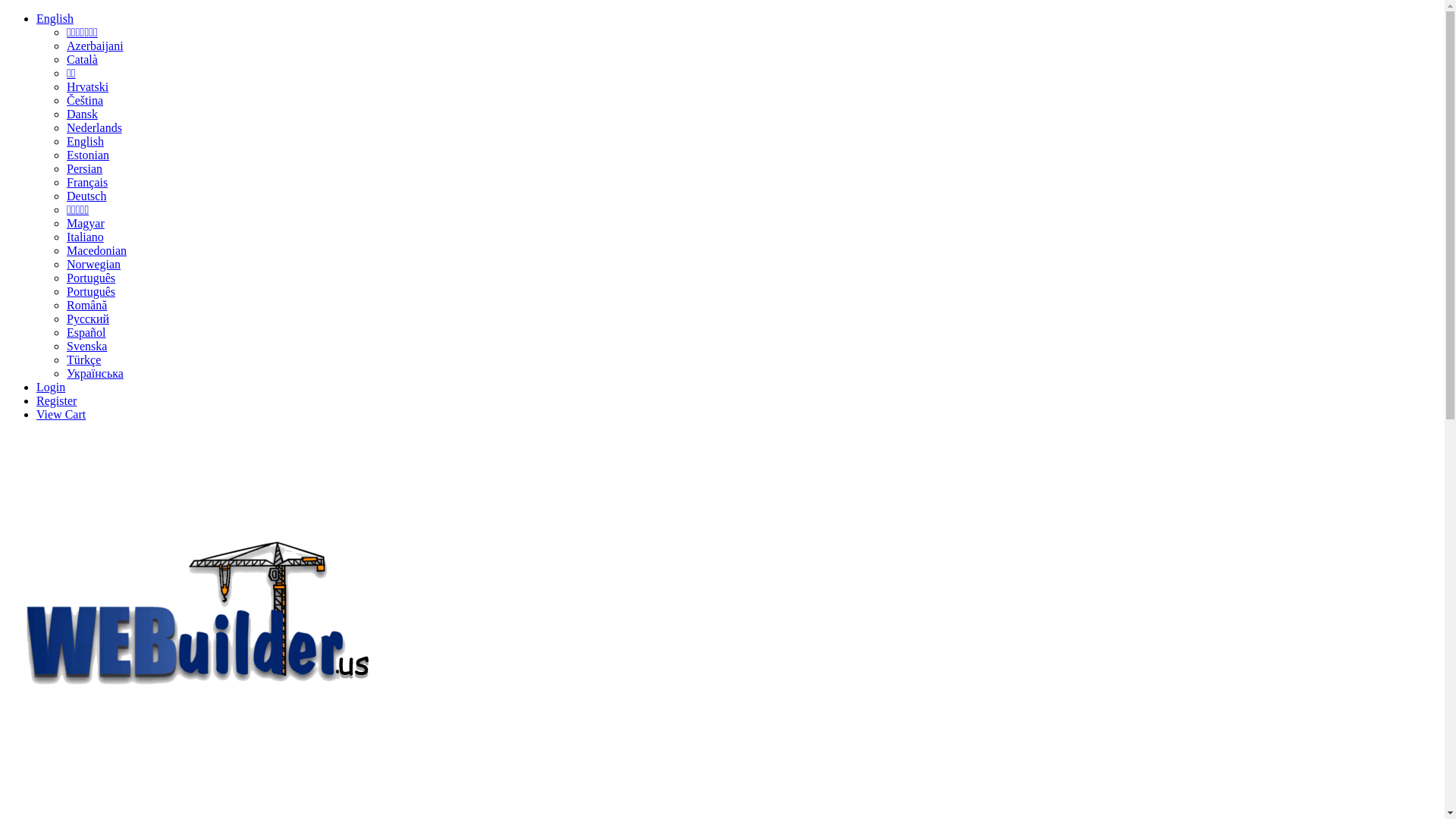  Describe the element at coordinates (65, 113) in the screenshot. I see `'Dansk'` at that location.